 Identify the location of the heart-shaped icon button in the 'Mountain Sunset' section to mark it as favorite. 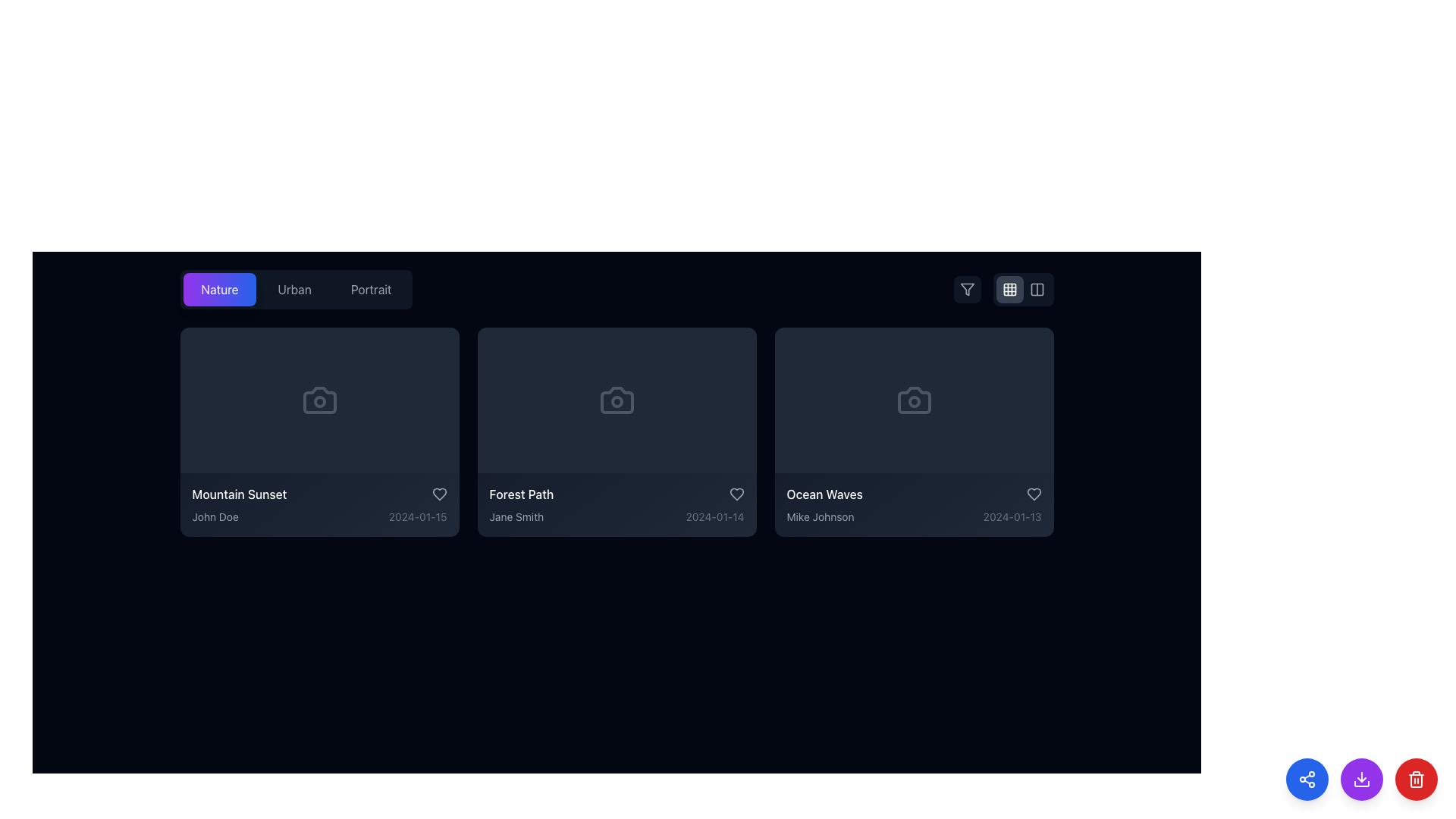
(438, 494).